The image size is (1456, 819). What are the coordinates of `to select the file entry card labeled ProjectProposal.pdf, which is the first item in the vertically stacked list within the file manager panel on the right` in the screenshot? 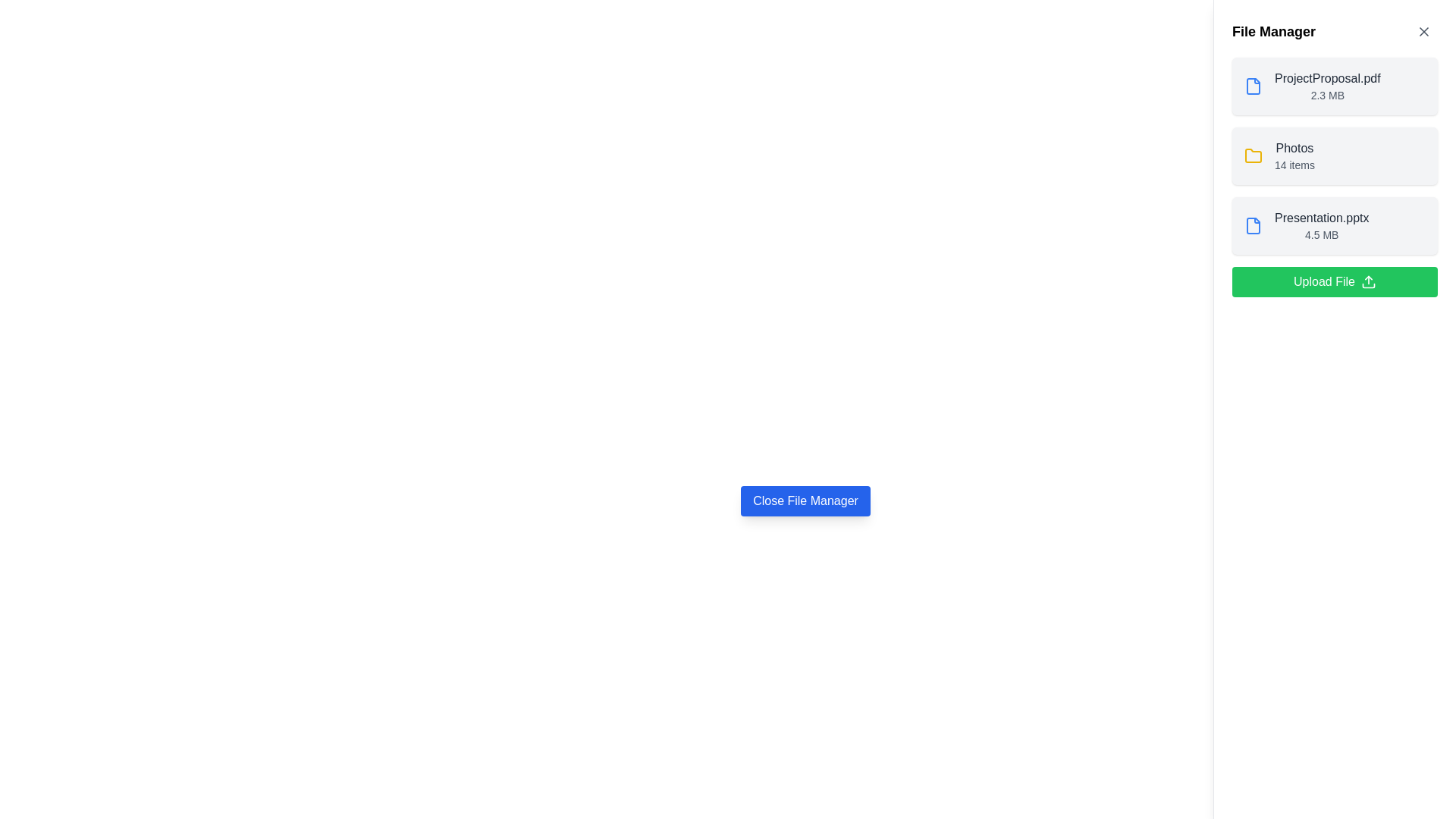 It's located at (1335, 86).